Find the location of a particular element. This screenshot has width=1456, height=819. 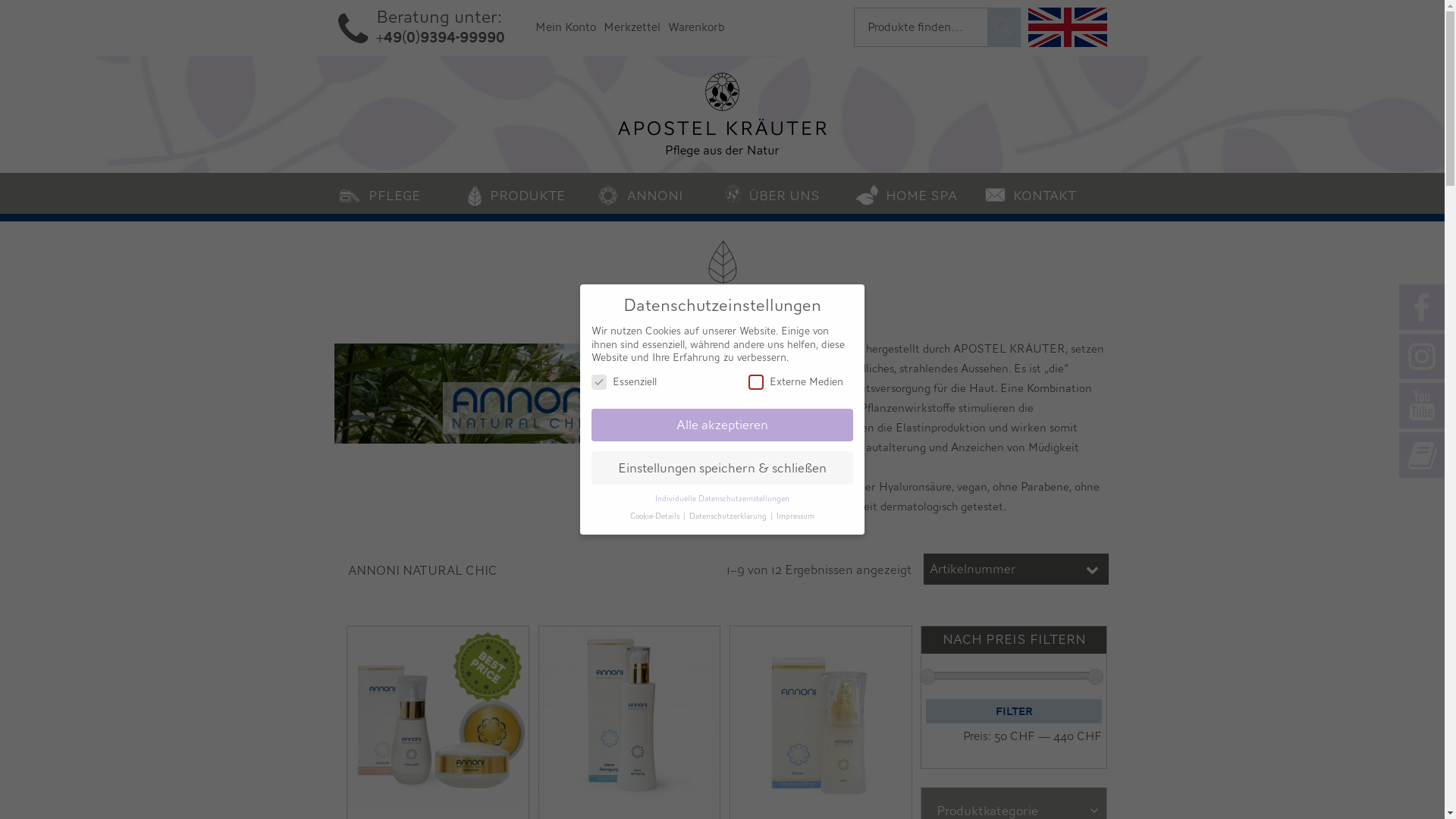

'Mein Konto' is located at coordinates (564, 27).